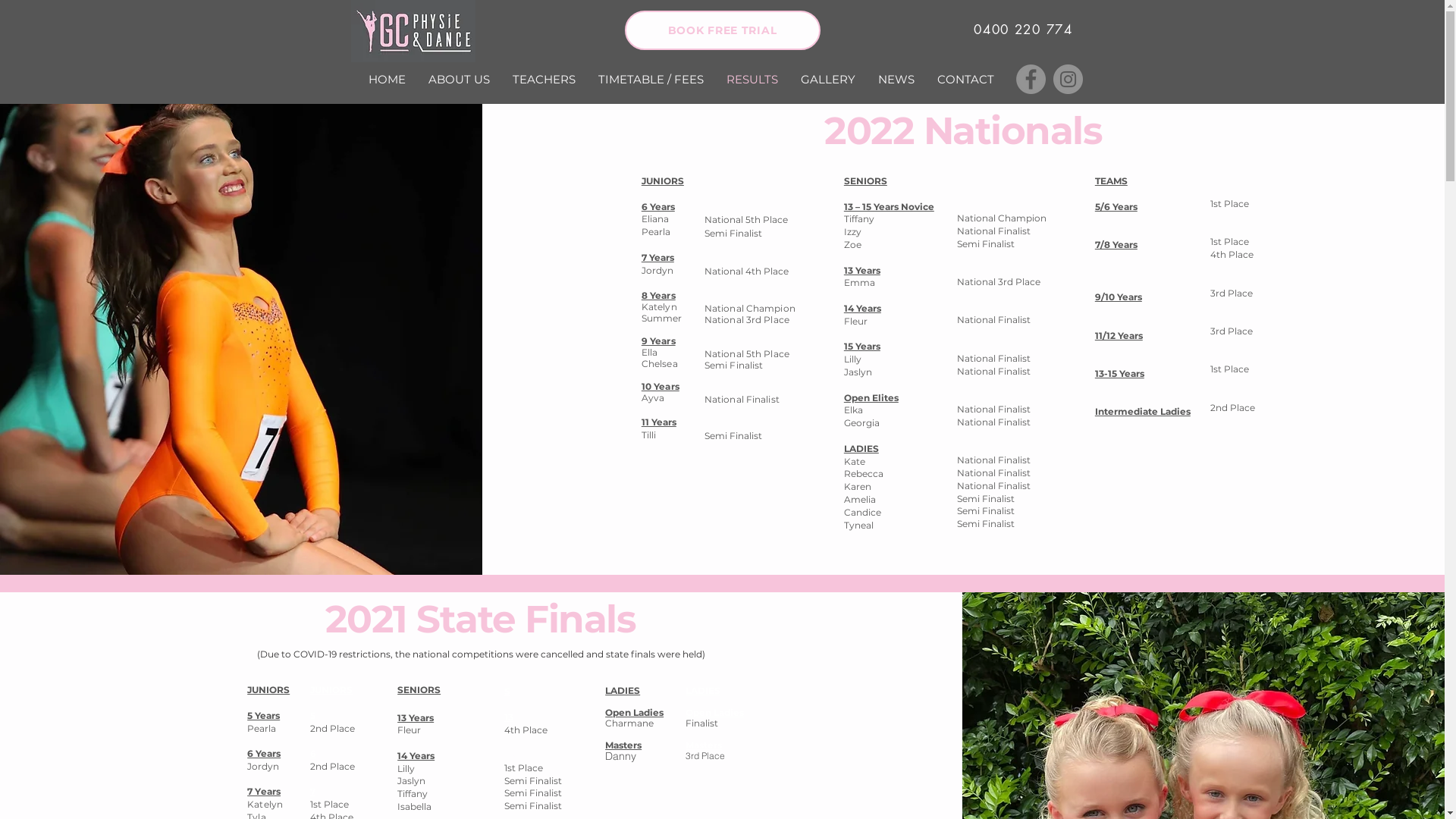  I want to click on 'TIMETABLE / FEES', so click(651, 79).